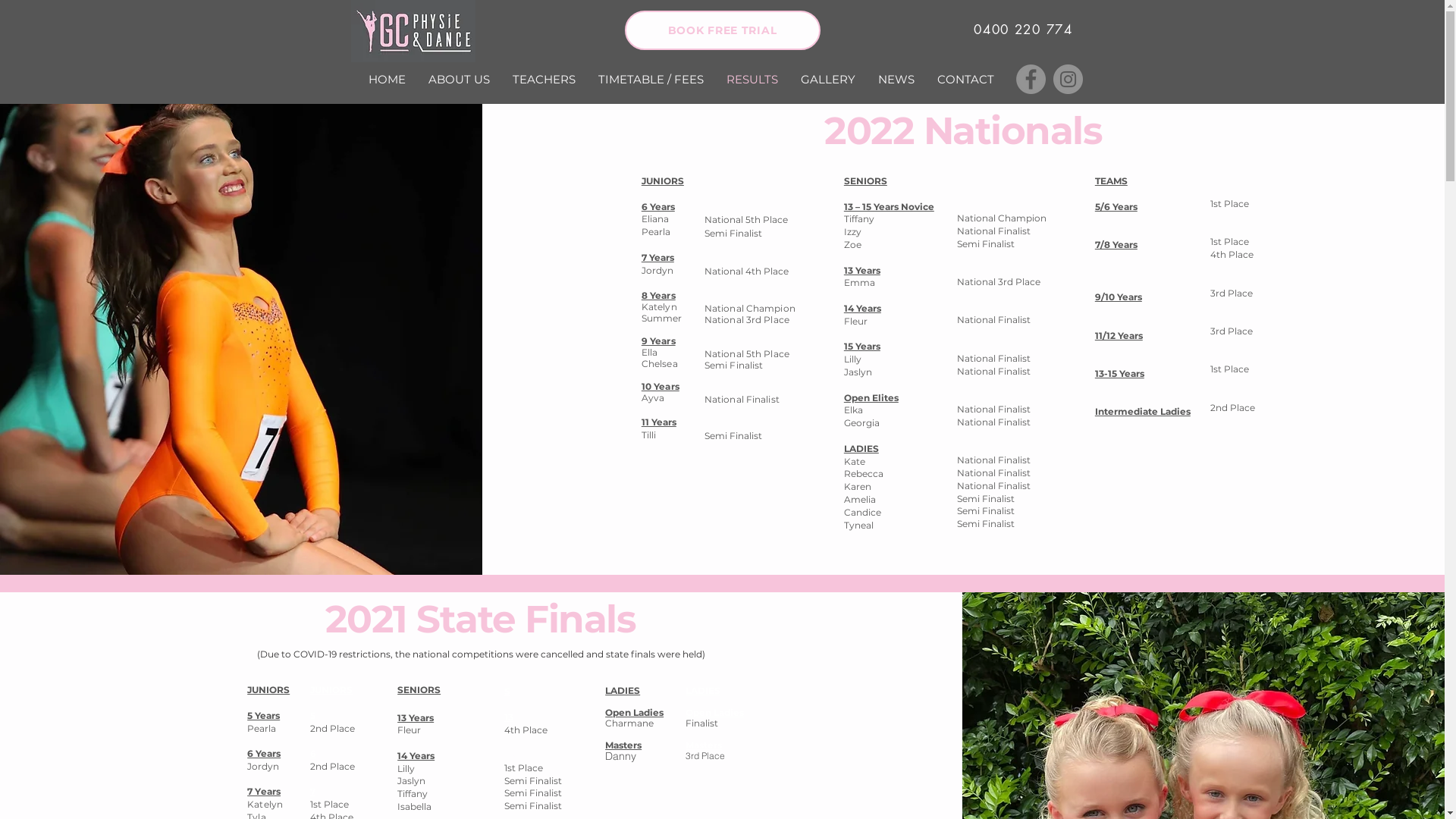  I want to click on 'TIMETABLE / FEES', so click(651, 79).